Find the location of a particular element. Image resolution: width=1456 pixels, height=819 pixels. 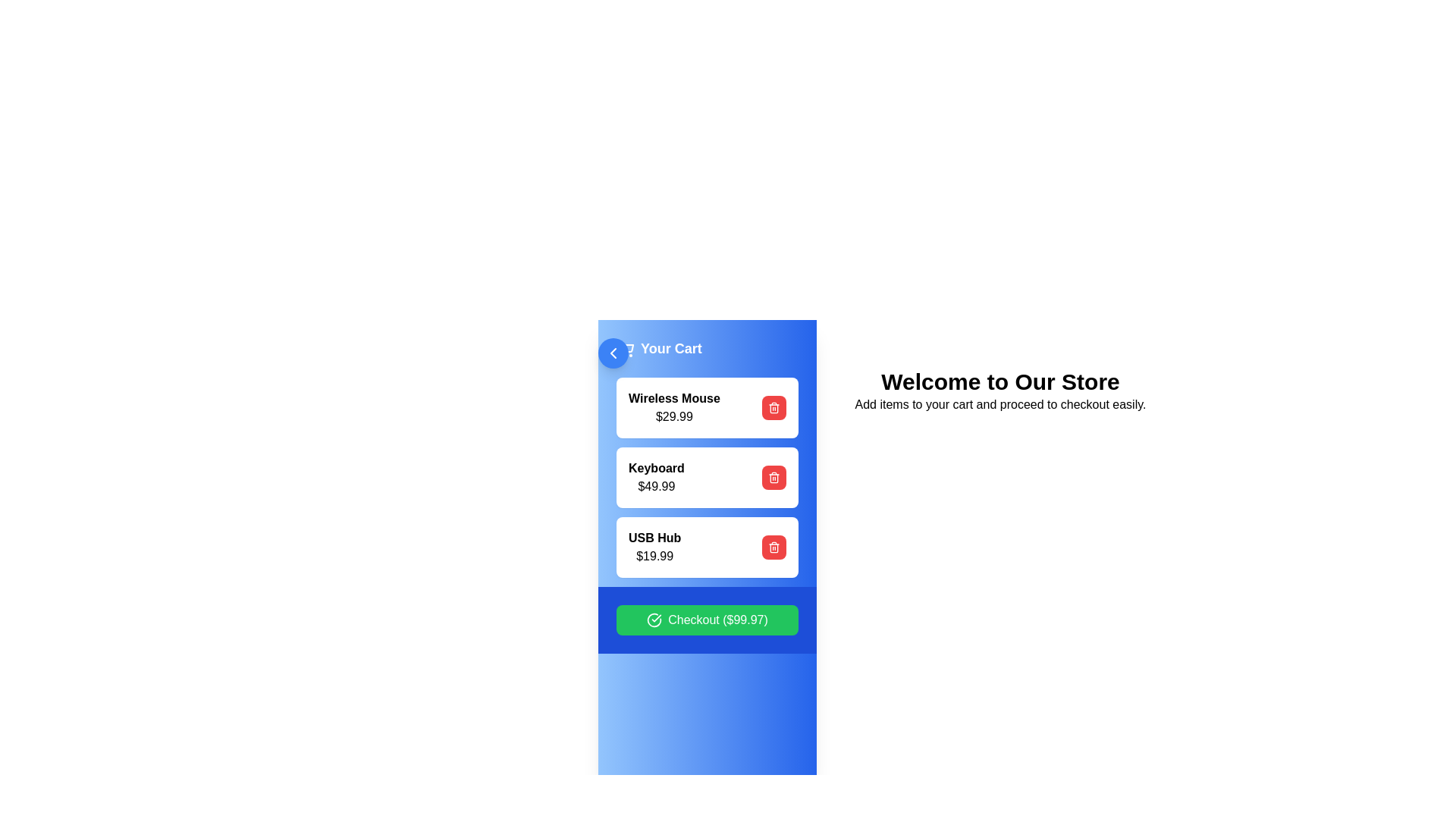

text from the 'Wireless Mouse' item label in the shopping cart, which displays its name and price is located at coordinates (673, 406).